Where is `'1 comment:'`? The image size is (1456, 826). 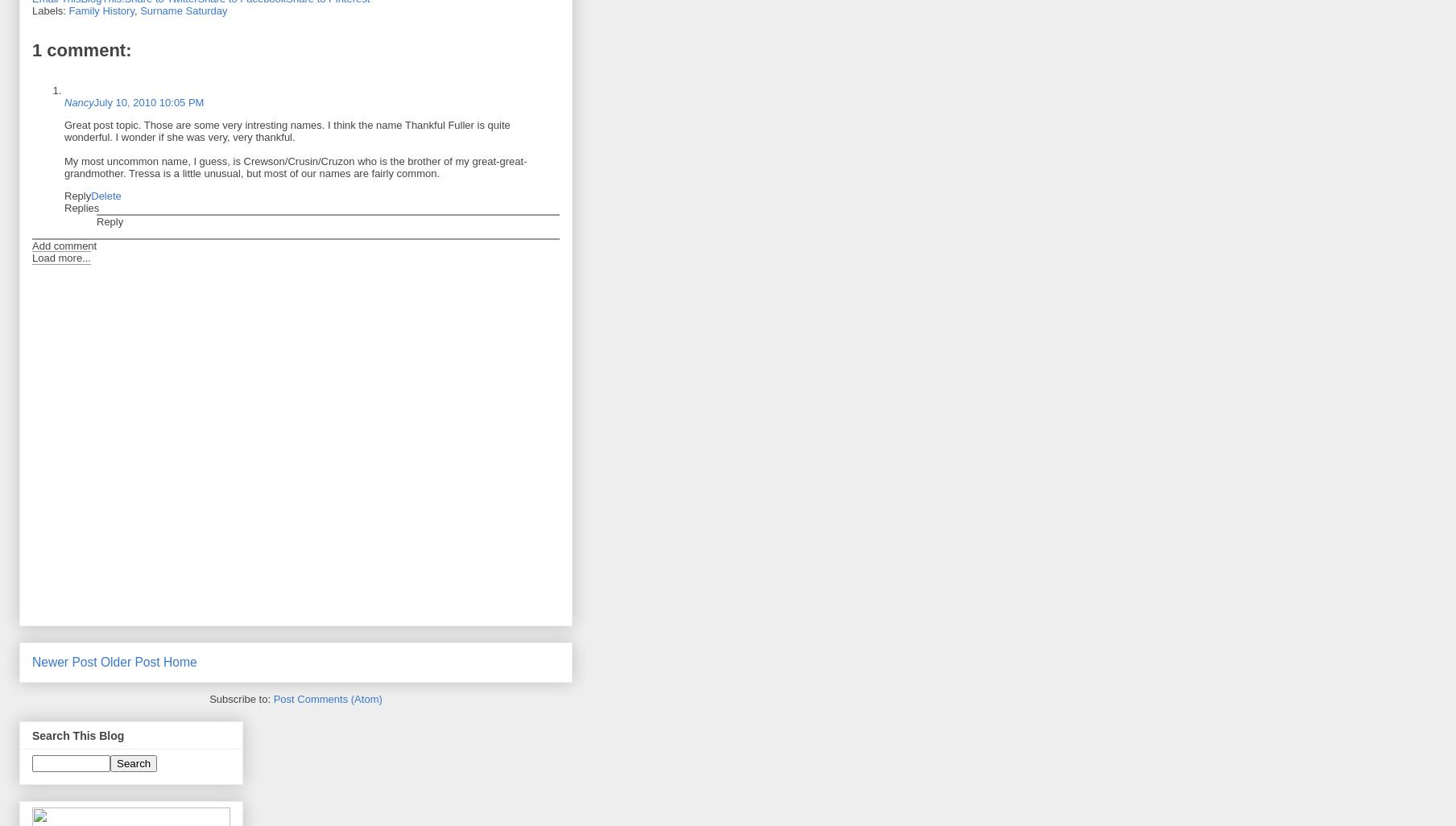
'1 comment:' is located at coordinates (81, 49).